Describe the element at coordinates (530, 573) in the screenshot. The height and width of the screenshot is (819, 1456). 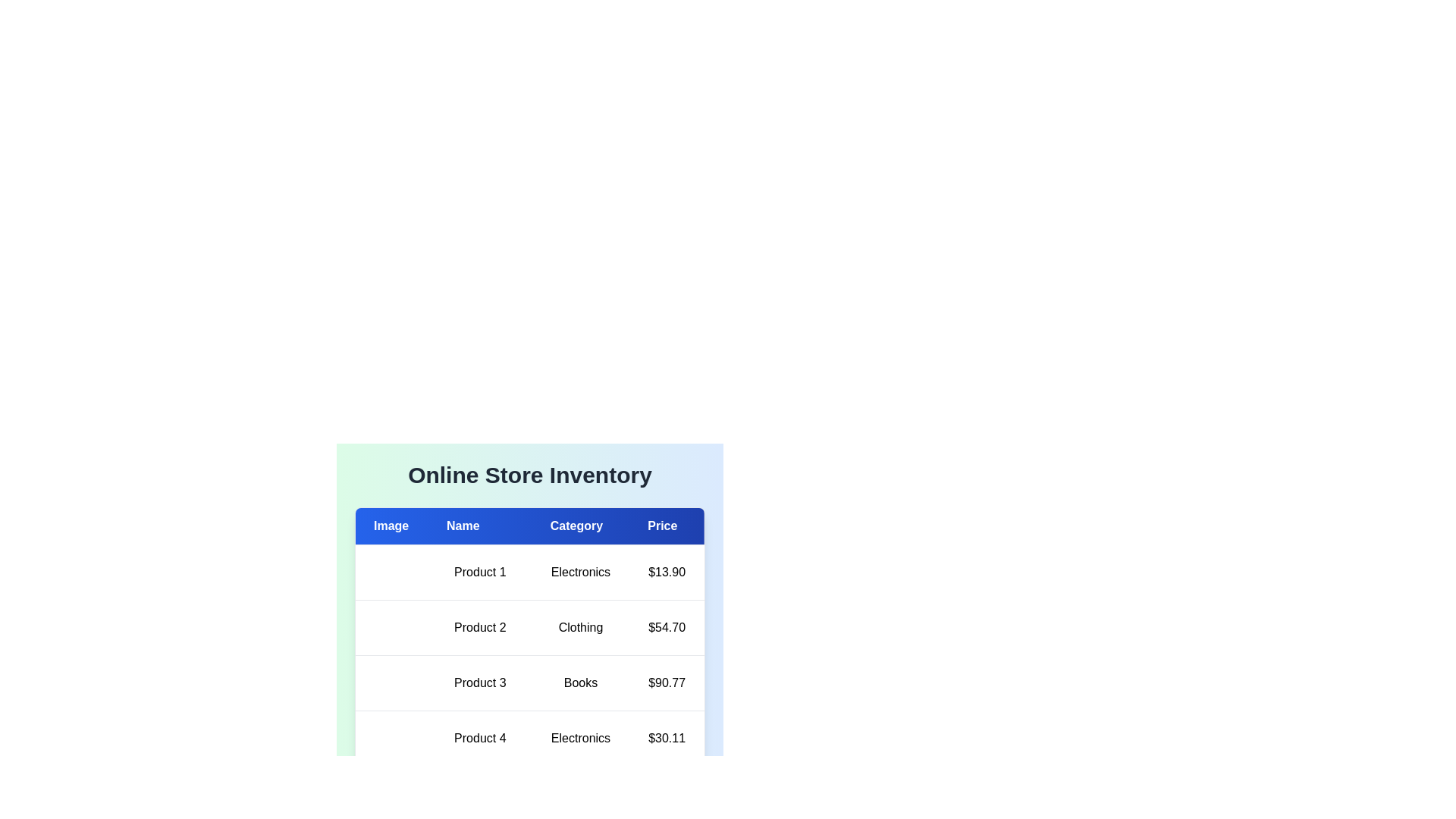
I see `the row of the product with name Product 1` at that location.